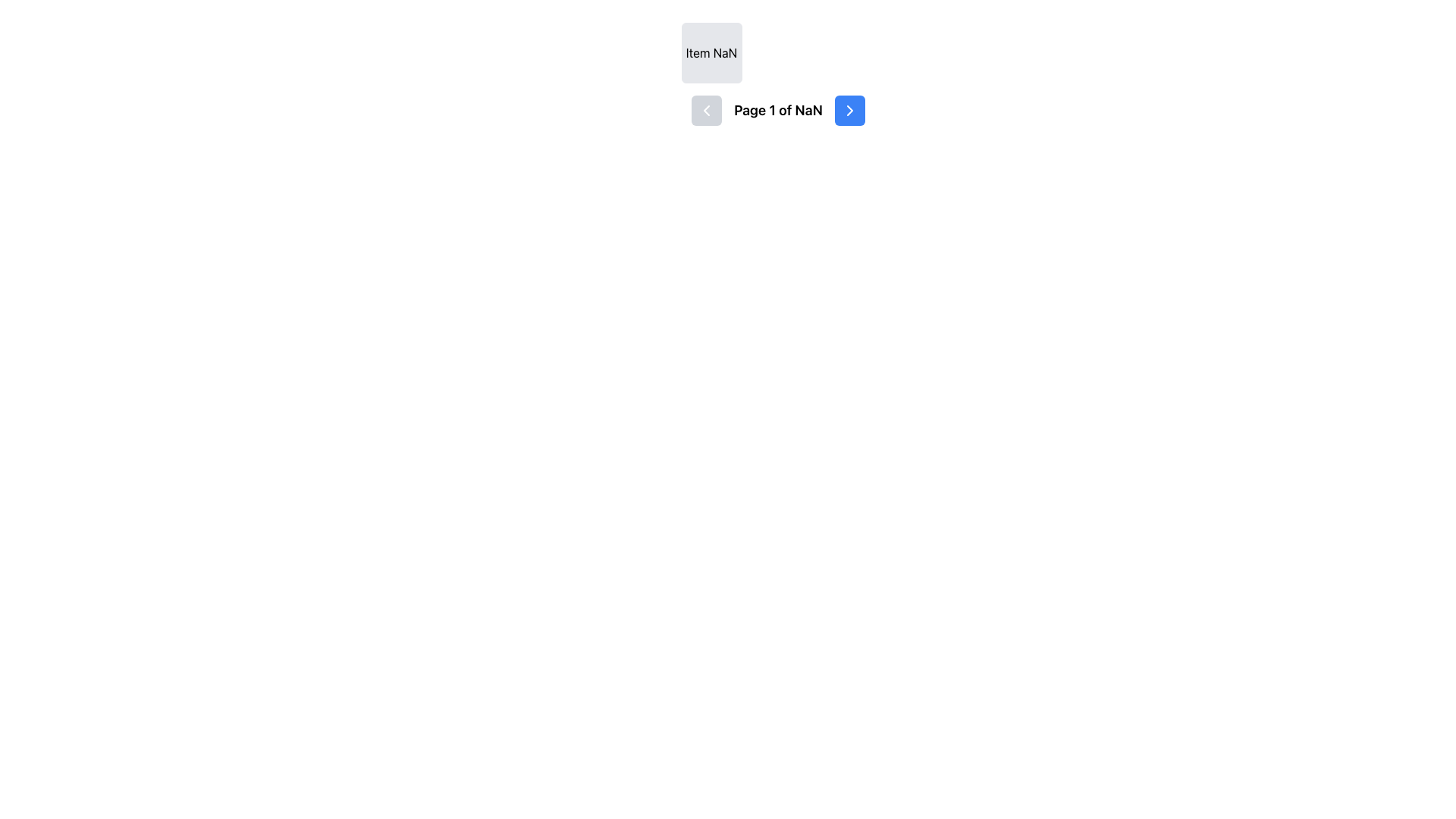 The height and width of the screenshot is (819, 1456). Describe the element at coordinates (849, 110) in the screenshot. I see `the forward navigation button, which is represented by a right-pointing chevron icon on a blue circular background, to observe any interaction feedback` at that location.